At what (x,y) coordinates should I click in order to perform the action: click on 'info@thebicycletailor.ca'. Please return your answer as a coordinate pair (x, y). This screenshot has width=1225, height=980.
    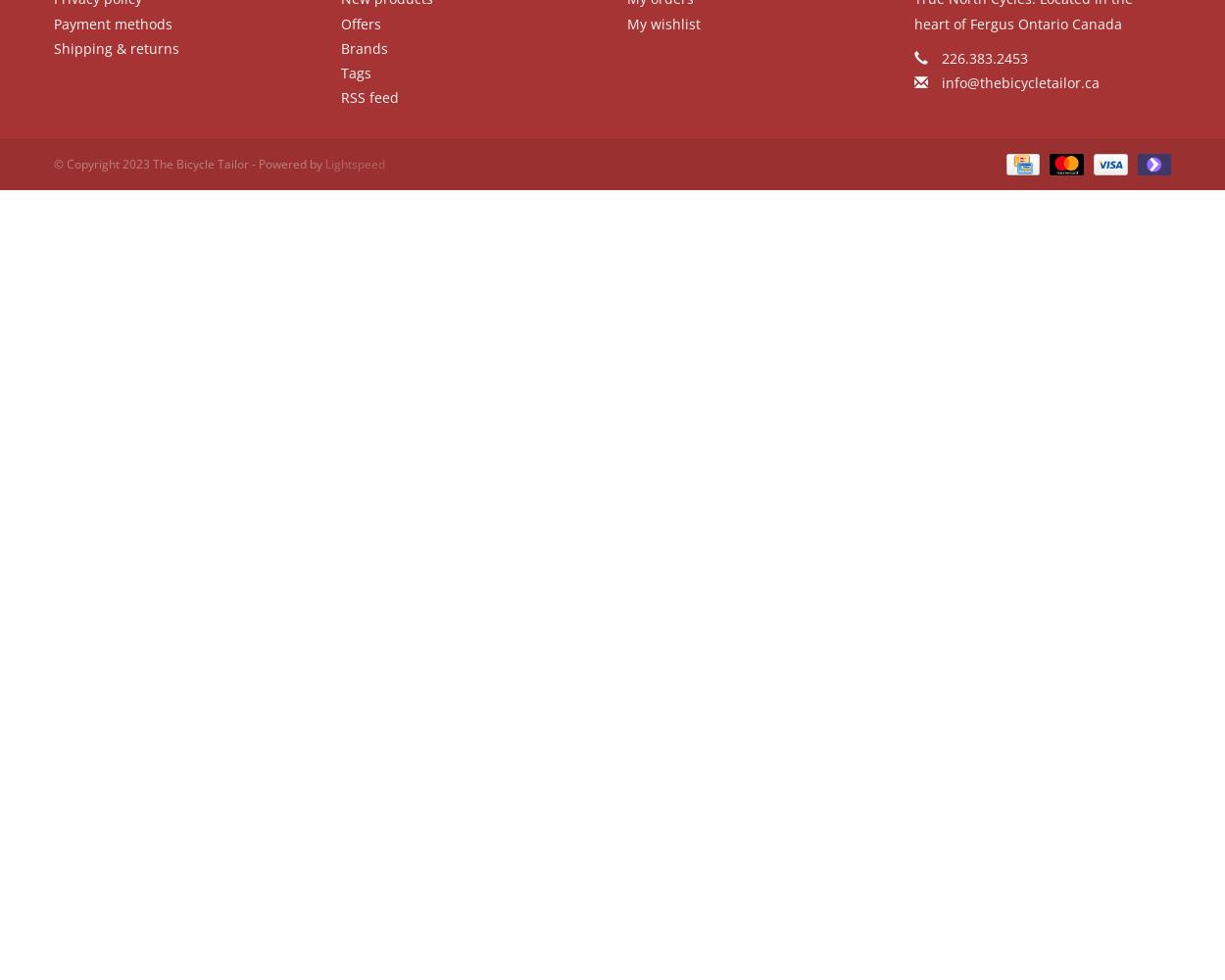
    Looking at the image, I should click on (1019, 81).